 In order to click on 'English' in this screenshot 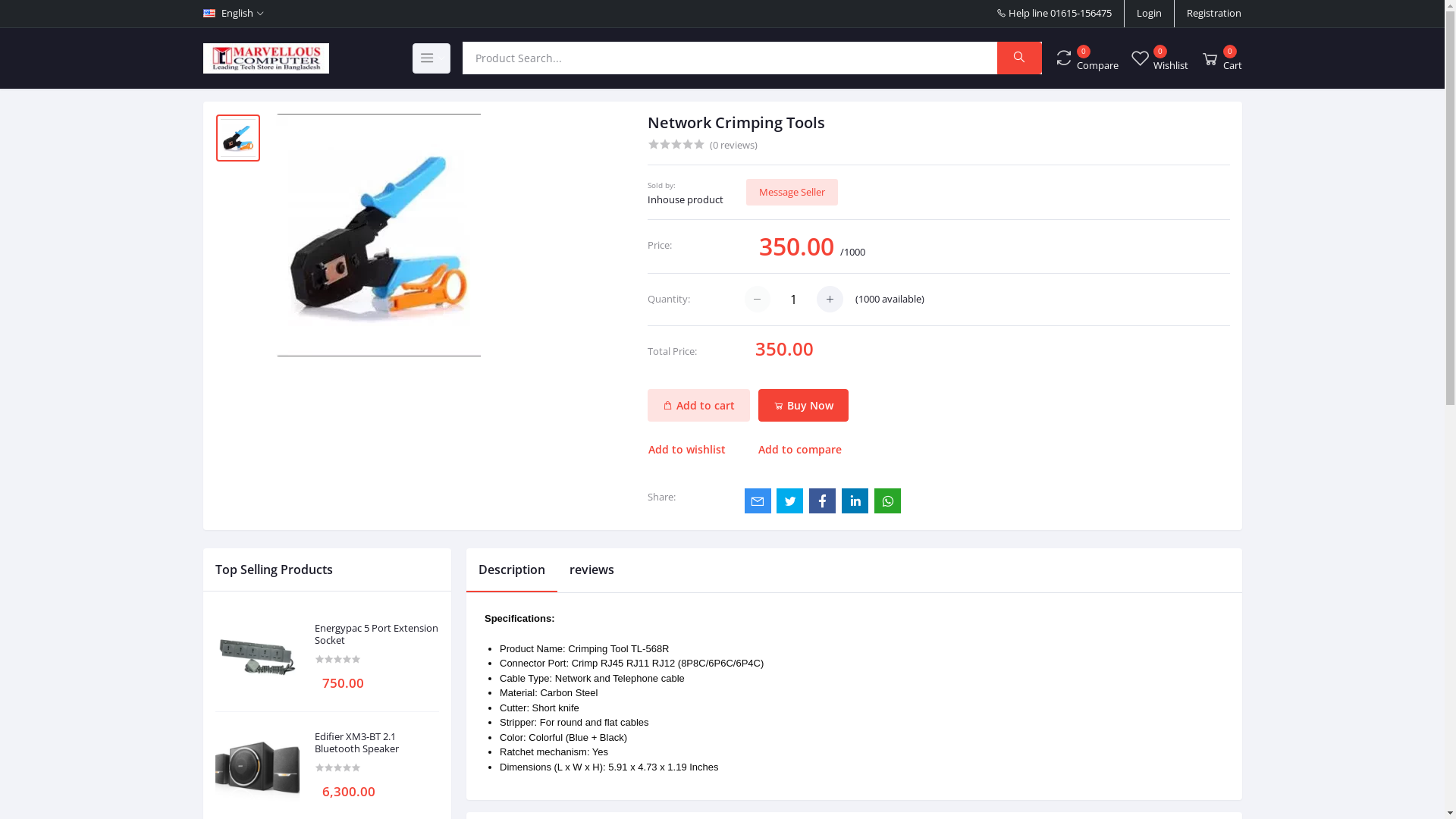, I will do `click(202, 14)`.